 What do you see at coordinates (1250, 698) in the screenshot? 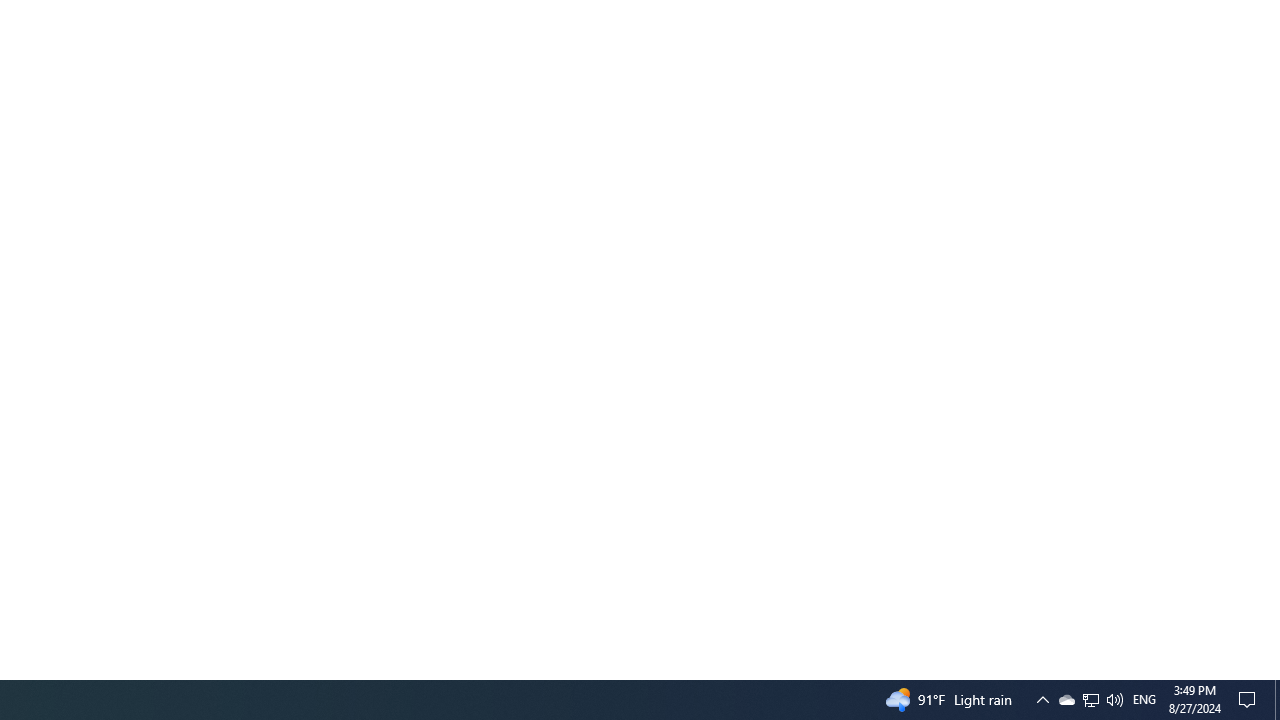
I see `'Show desktop'` at bounding box center [1250, 698].